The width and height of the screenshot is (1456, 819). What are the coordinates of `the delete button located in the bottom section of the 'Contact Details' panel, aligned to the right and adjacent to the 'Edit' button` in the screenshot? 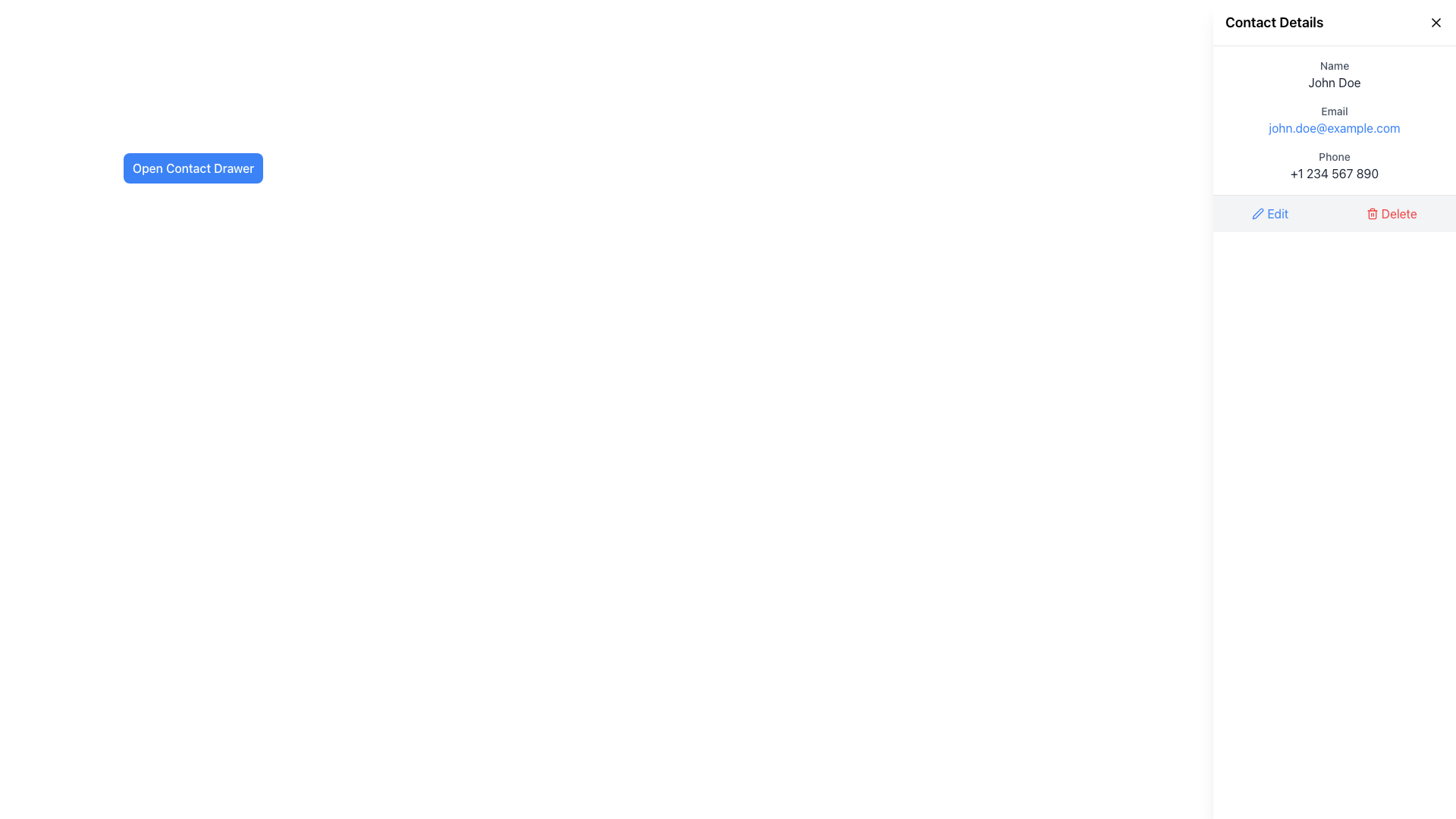 It's located at (1392, 213).